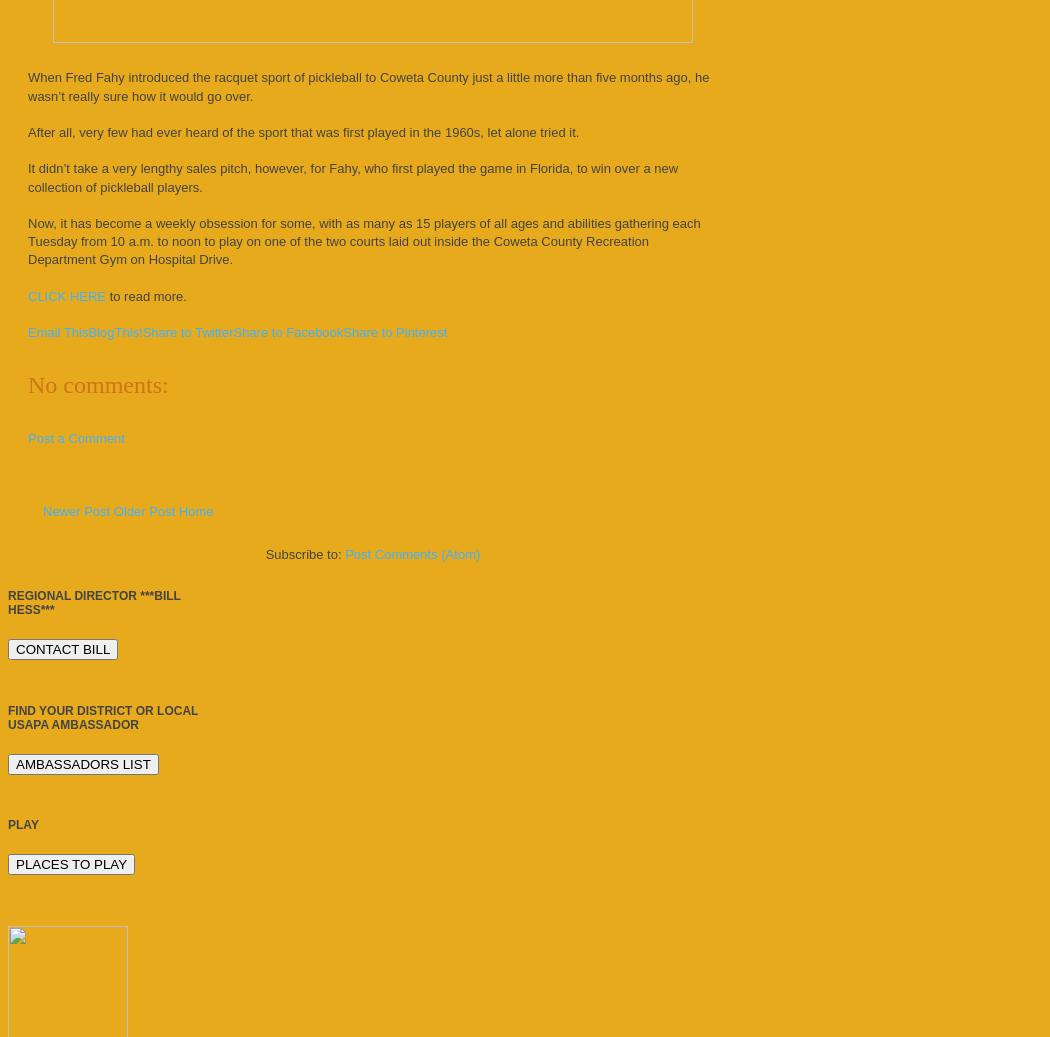 The width and height of the screenshot is (1050, 1037). Describe the element at coordinates (142, 510) in the screenshot. I see `'Older Post'` at that location.